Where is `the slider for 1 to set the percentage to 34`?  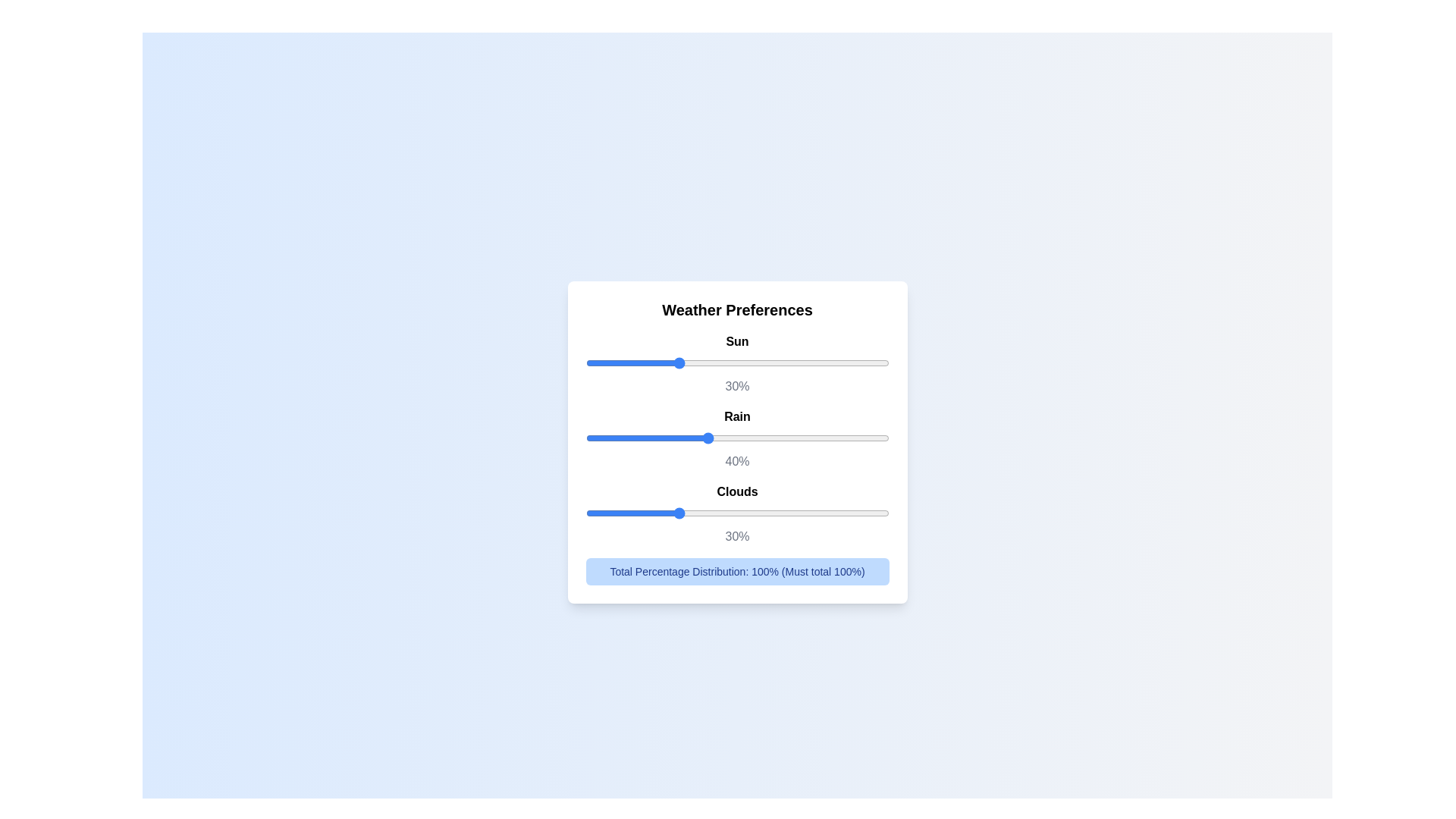
the slider for 1 to set the percentage to 34 is located at coordinates (839, 438).